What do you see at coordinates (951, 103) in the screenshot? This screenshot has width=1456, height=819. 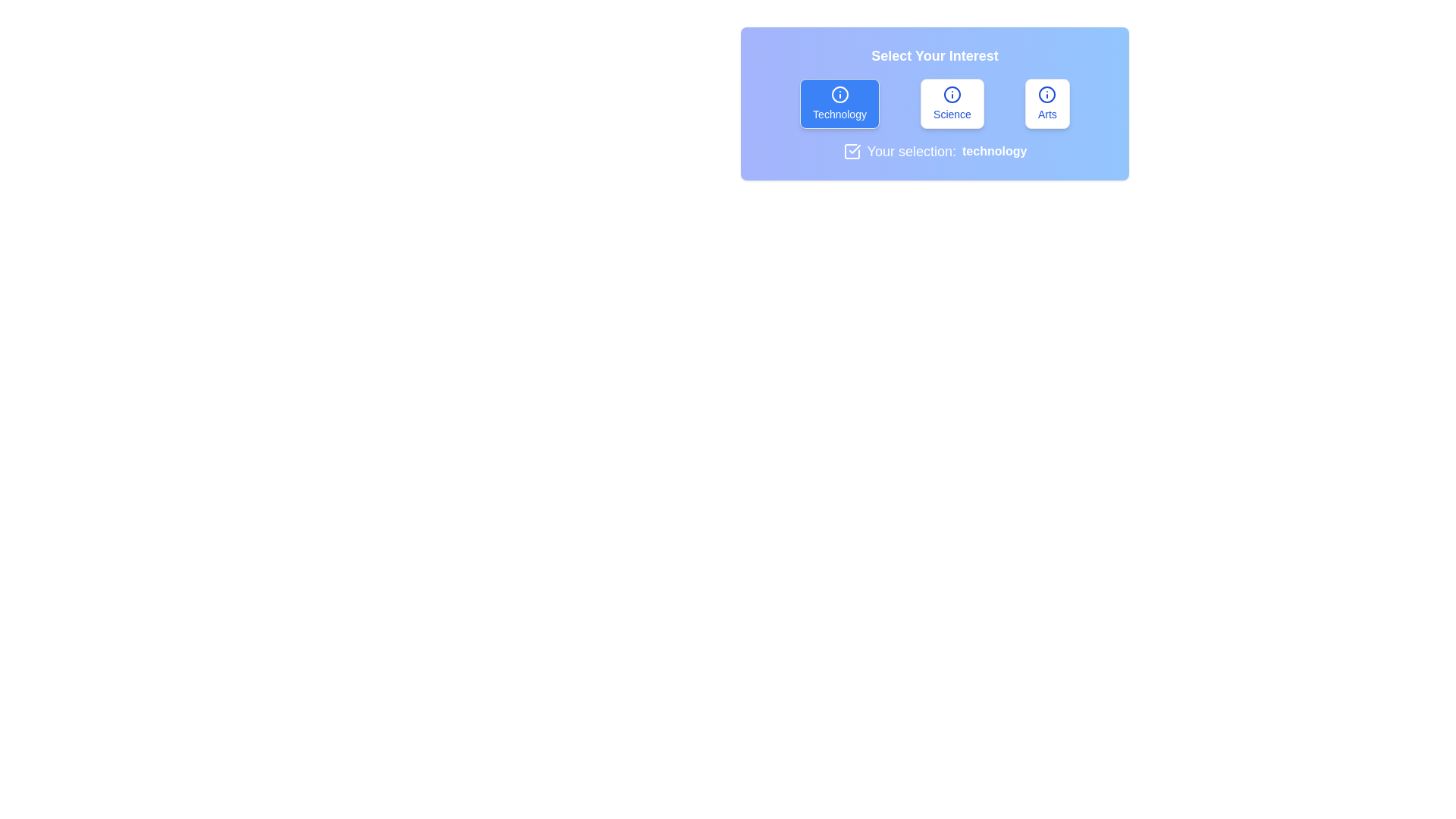 I see `the 'Science' button to select it` at bounding box center [951, 103].